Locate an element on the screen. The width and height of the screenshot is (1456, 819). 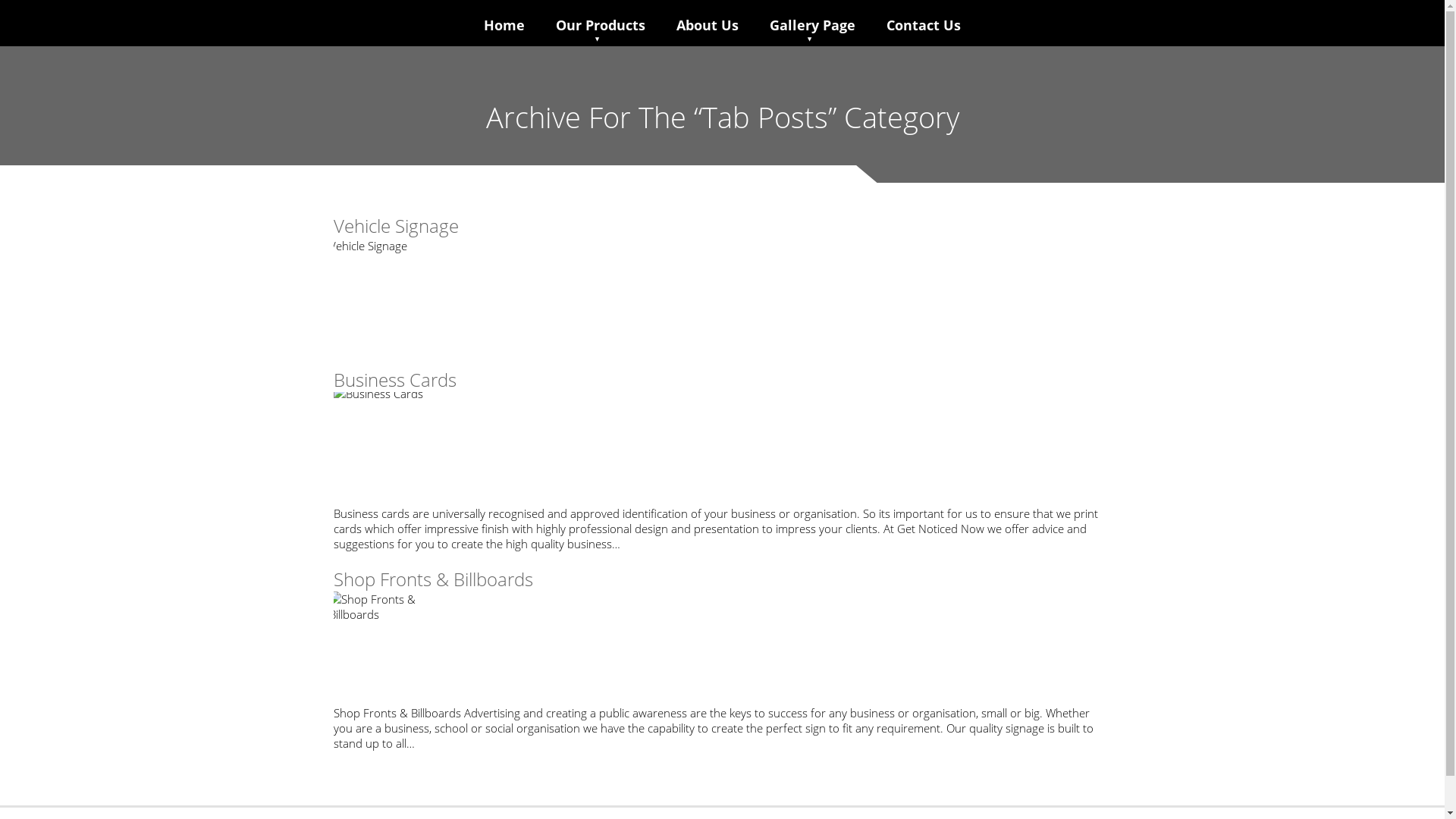
'Home' is located at coordinates (481, 25).